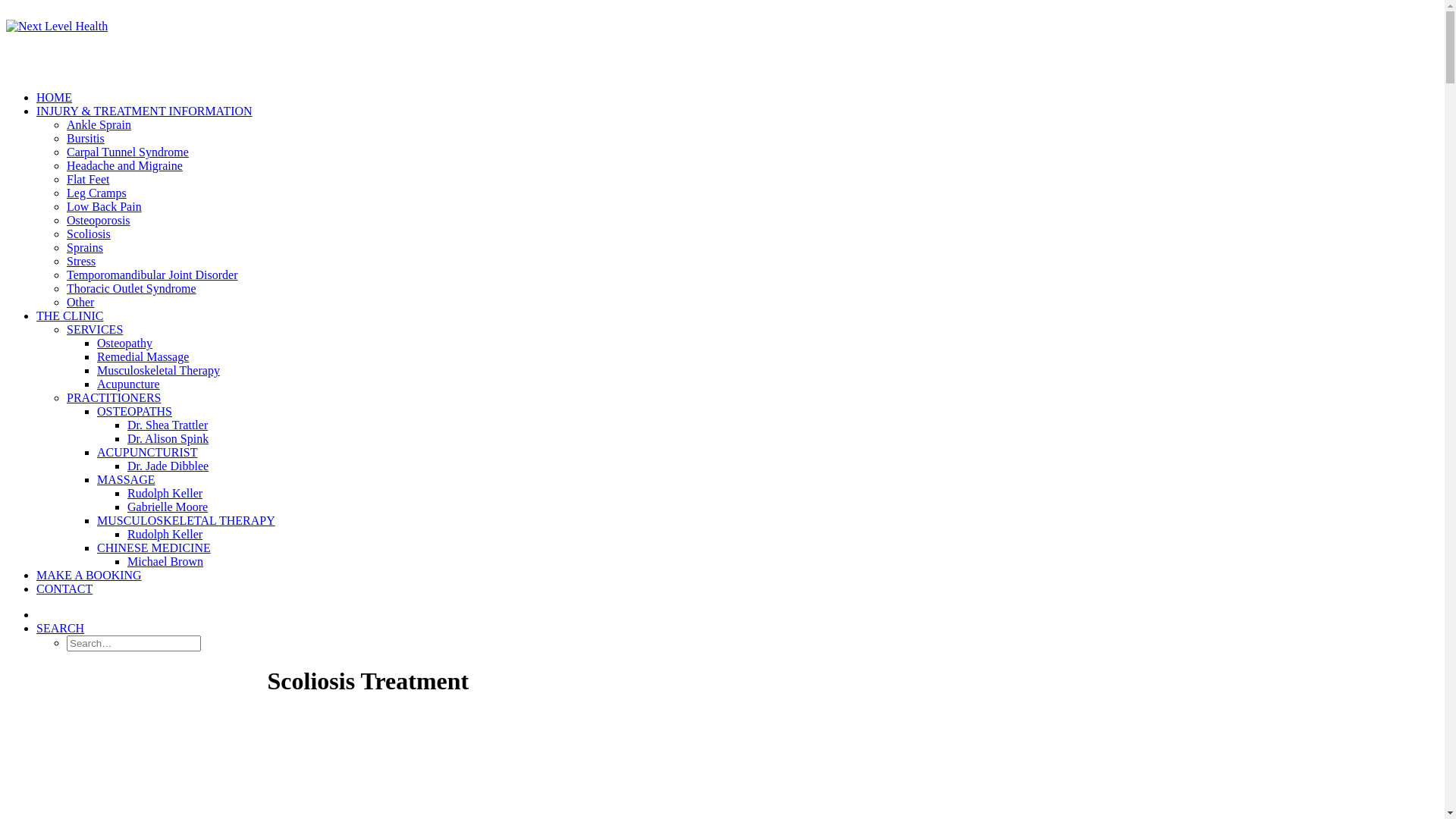 Image resolution: width=1456 pixels, height=819 pixels. I want to click on 'Osteoporosis', so click(97, 220).